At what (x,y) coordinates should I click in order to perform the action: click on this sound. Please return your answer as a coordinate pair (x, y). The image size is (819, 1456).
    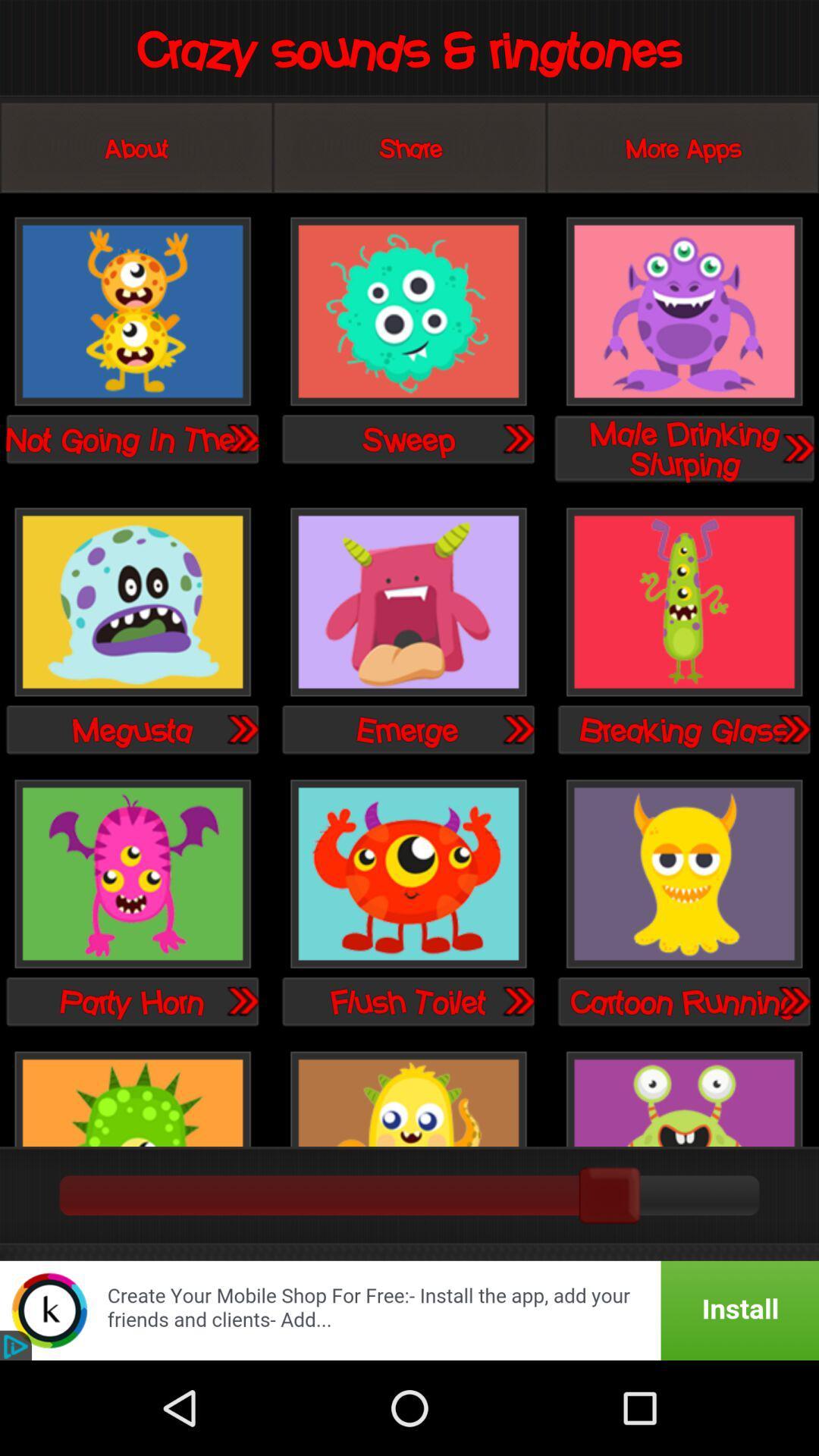
    Looking at the image, I should click on (407, 1097).